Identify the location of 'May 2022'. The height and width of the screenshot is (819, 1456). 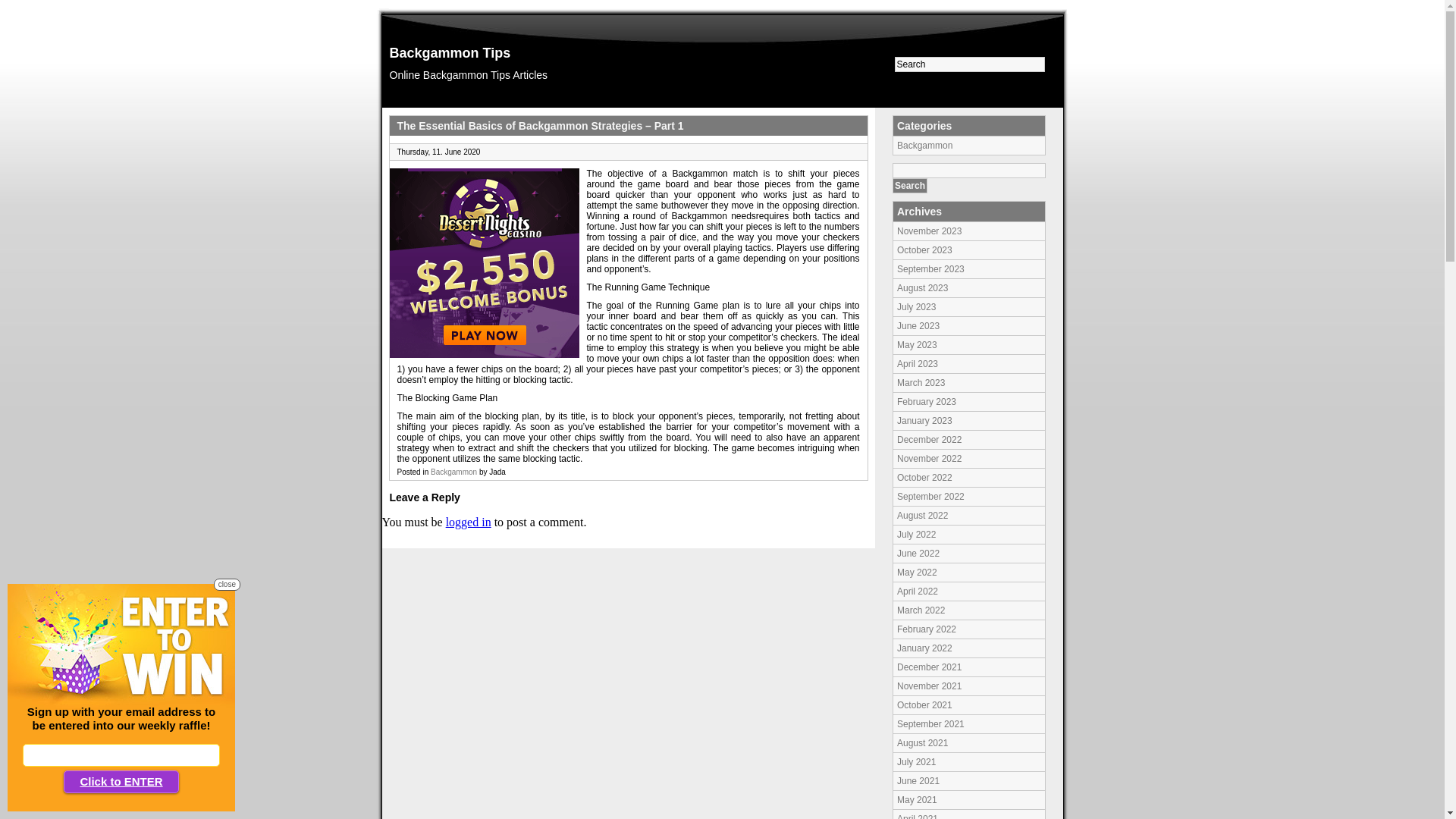
(896, 573).